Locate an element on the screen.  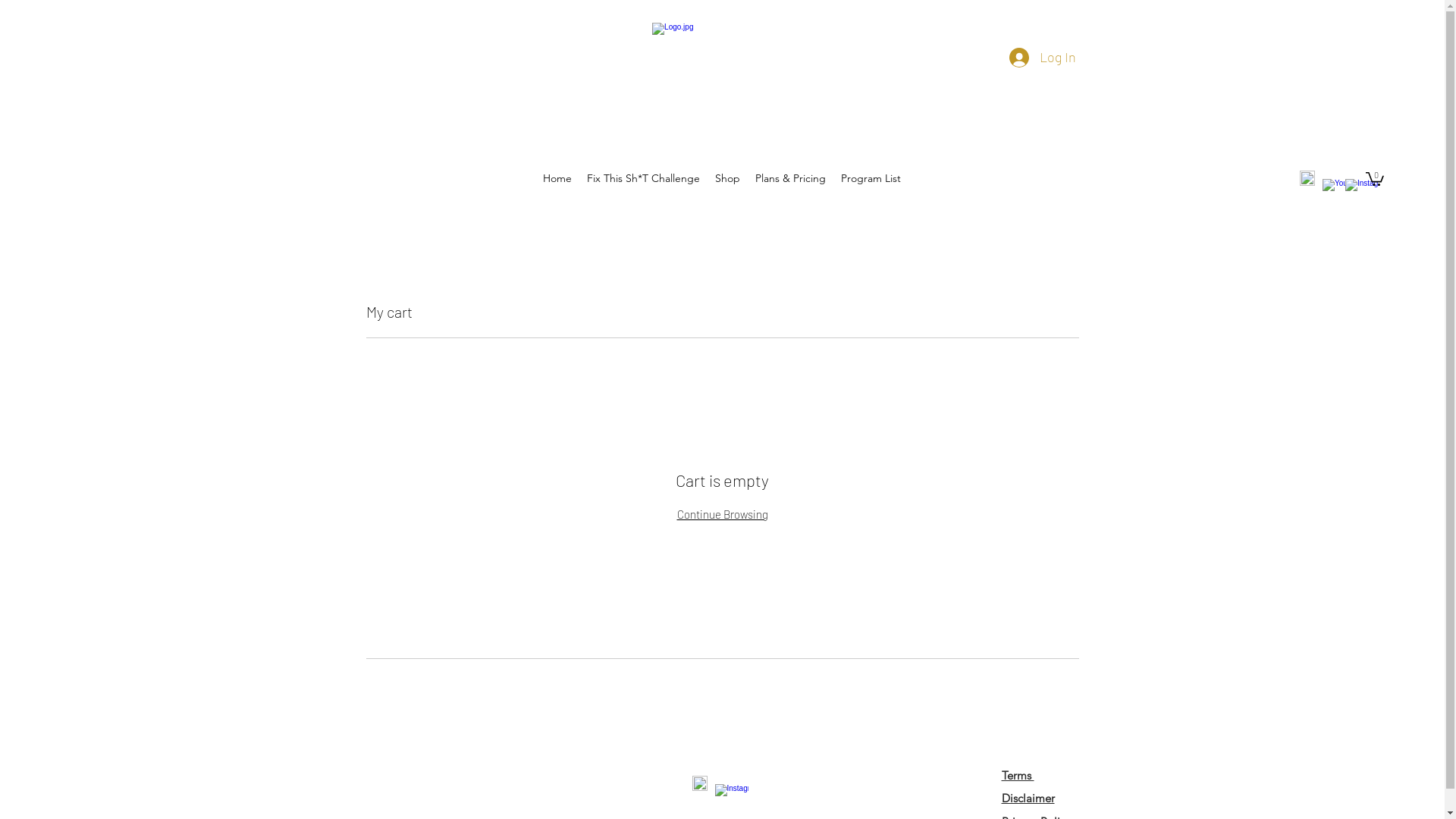
'Home' is located at coordinates (535, 177).